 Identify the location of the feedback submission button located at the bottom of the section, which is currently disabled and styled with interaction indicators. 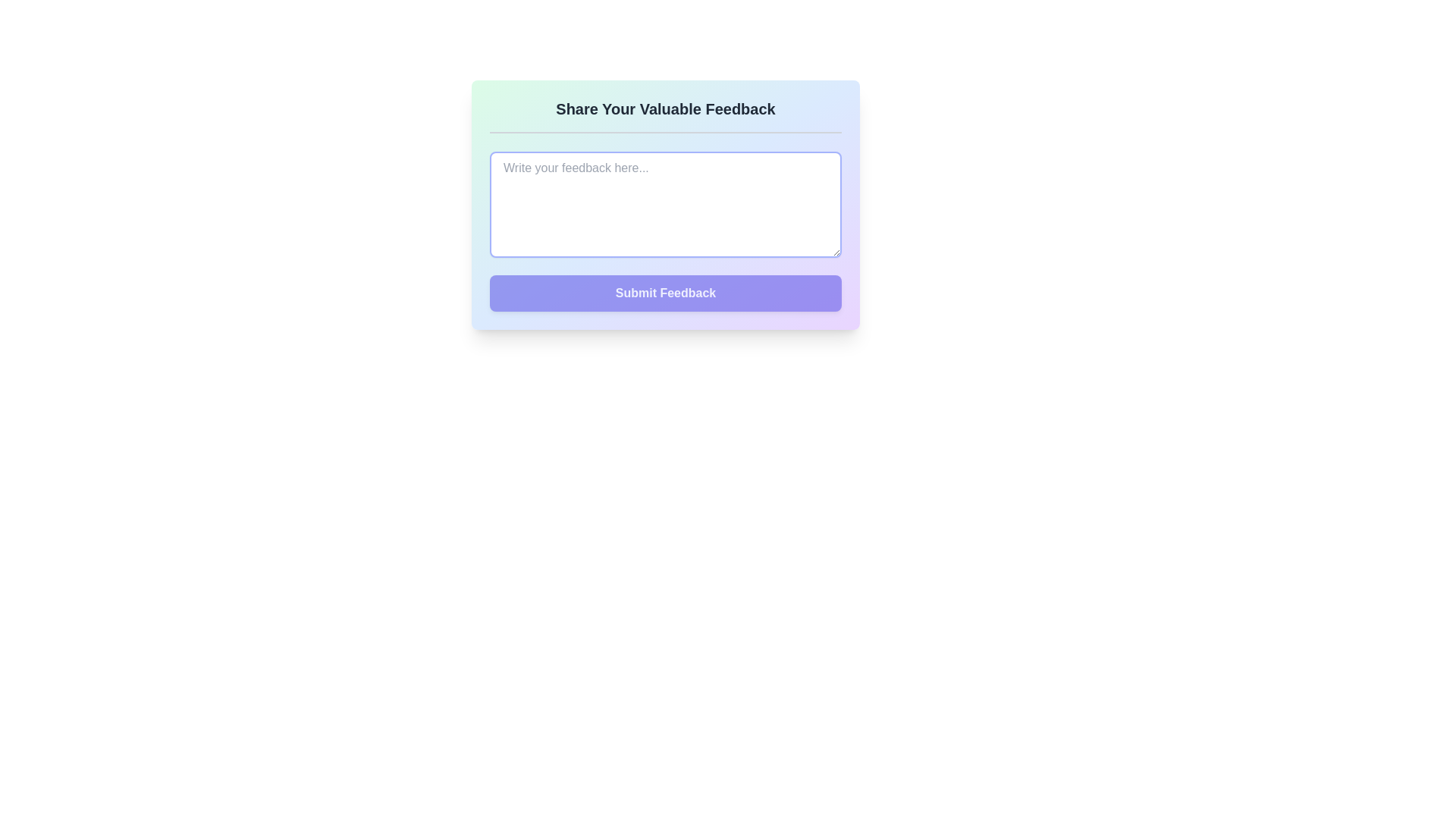
(666, 293).